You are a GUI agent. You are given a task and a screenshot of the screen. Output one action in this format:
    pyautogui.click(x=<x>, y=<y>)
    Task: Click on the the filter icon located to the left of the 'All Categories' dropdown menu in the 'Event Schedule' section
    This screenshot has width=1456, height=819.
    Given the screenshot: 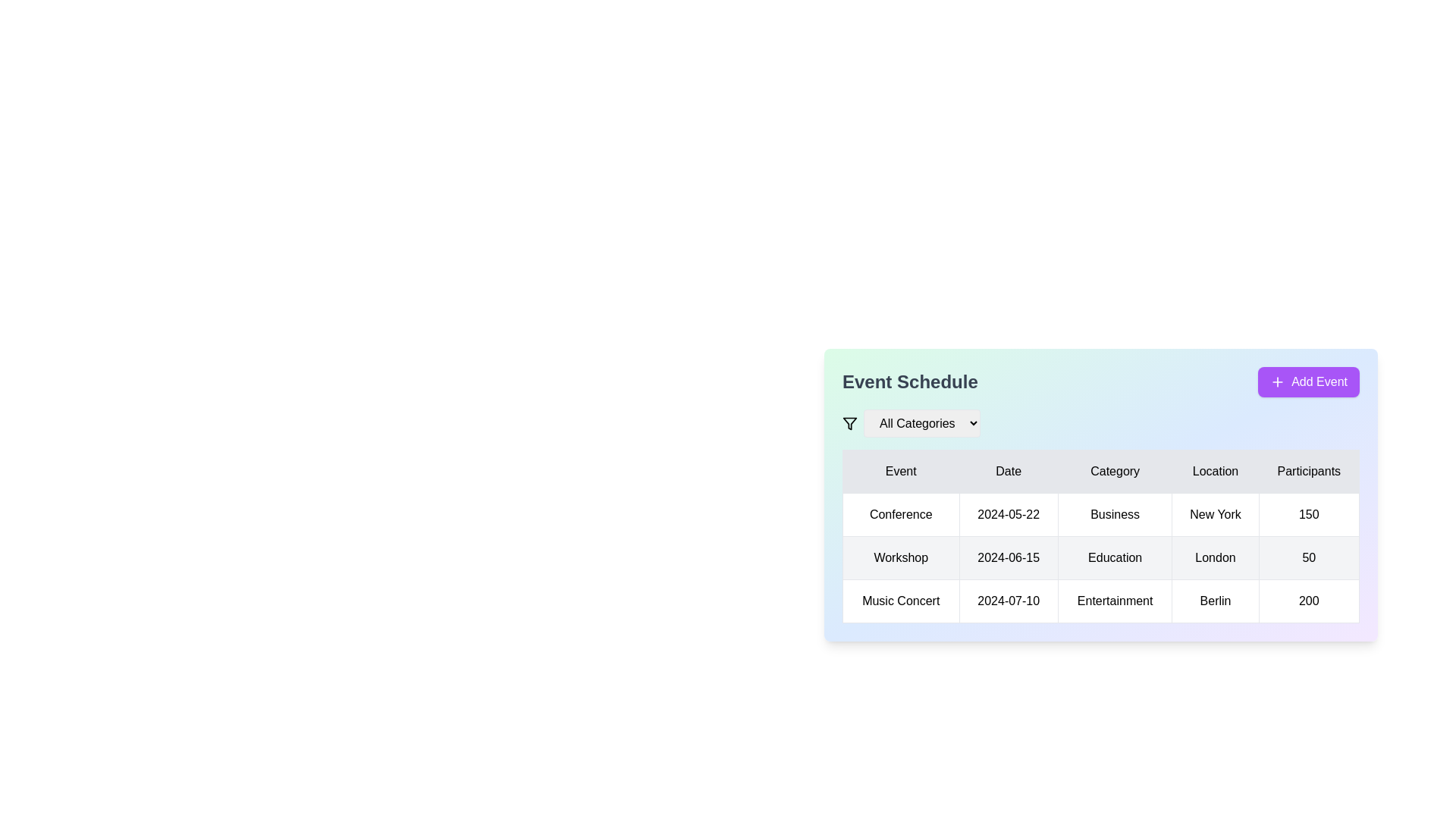 What is the action you would take?
    pyautogui.click(x=850, y=423)
    